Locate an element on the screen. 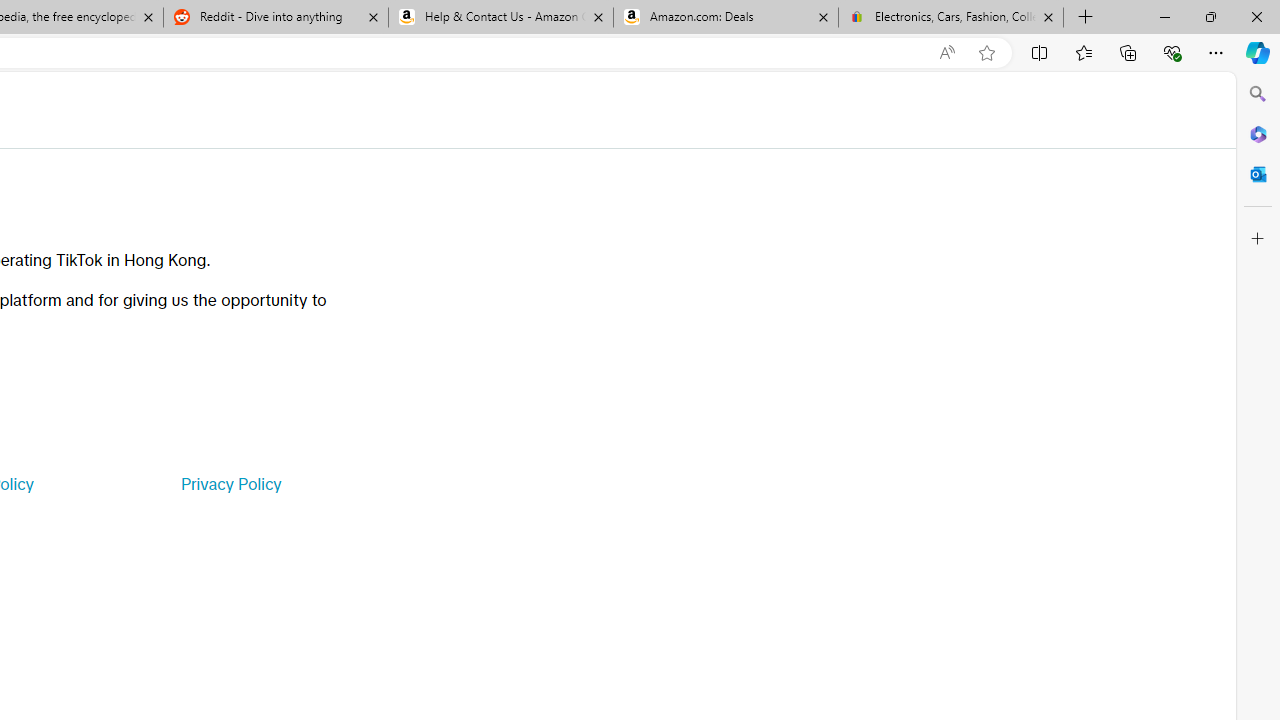 The image size is (1280, 720). 'Close tab' is located at coordinates (1047, 17).